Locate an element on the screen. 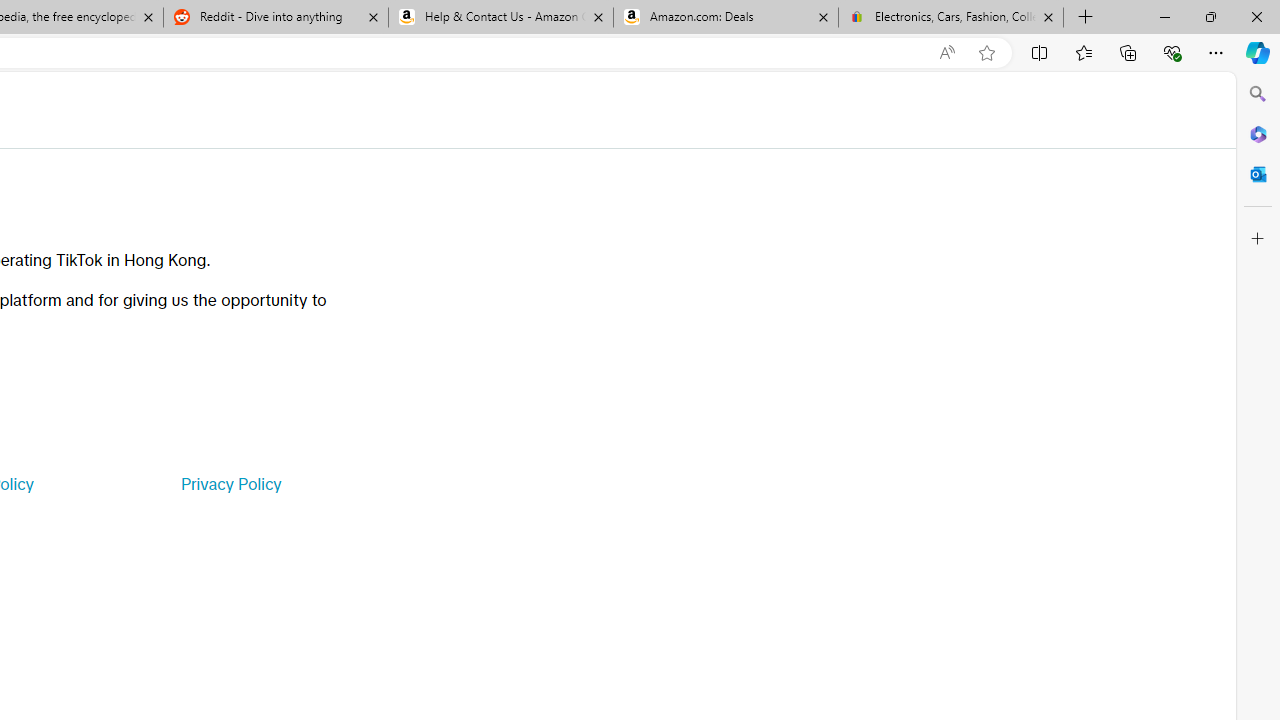 The image size is (1280, 720). 'Close tab' is located at coordinates (1047, 17).